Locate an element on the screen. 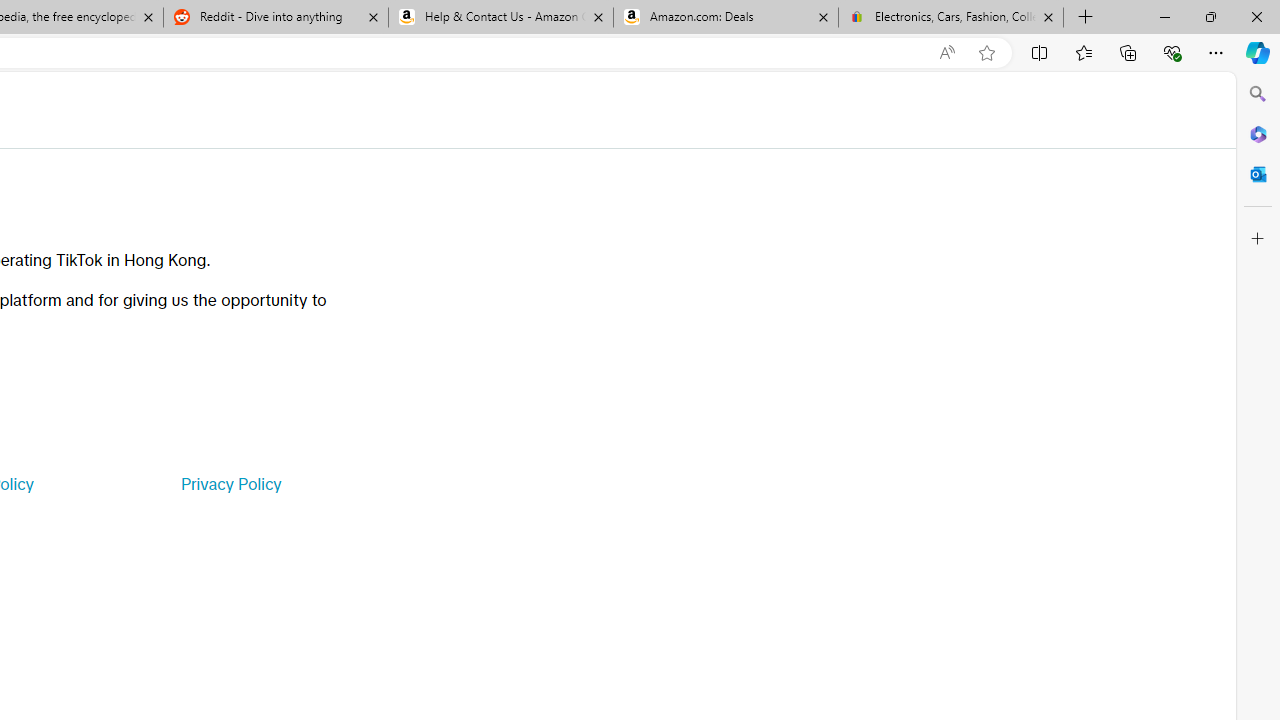 The image size is (1280, 720). 'Close tab' is located at coordinates (1047, 17).